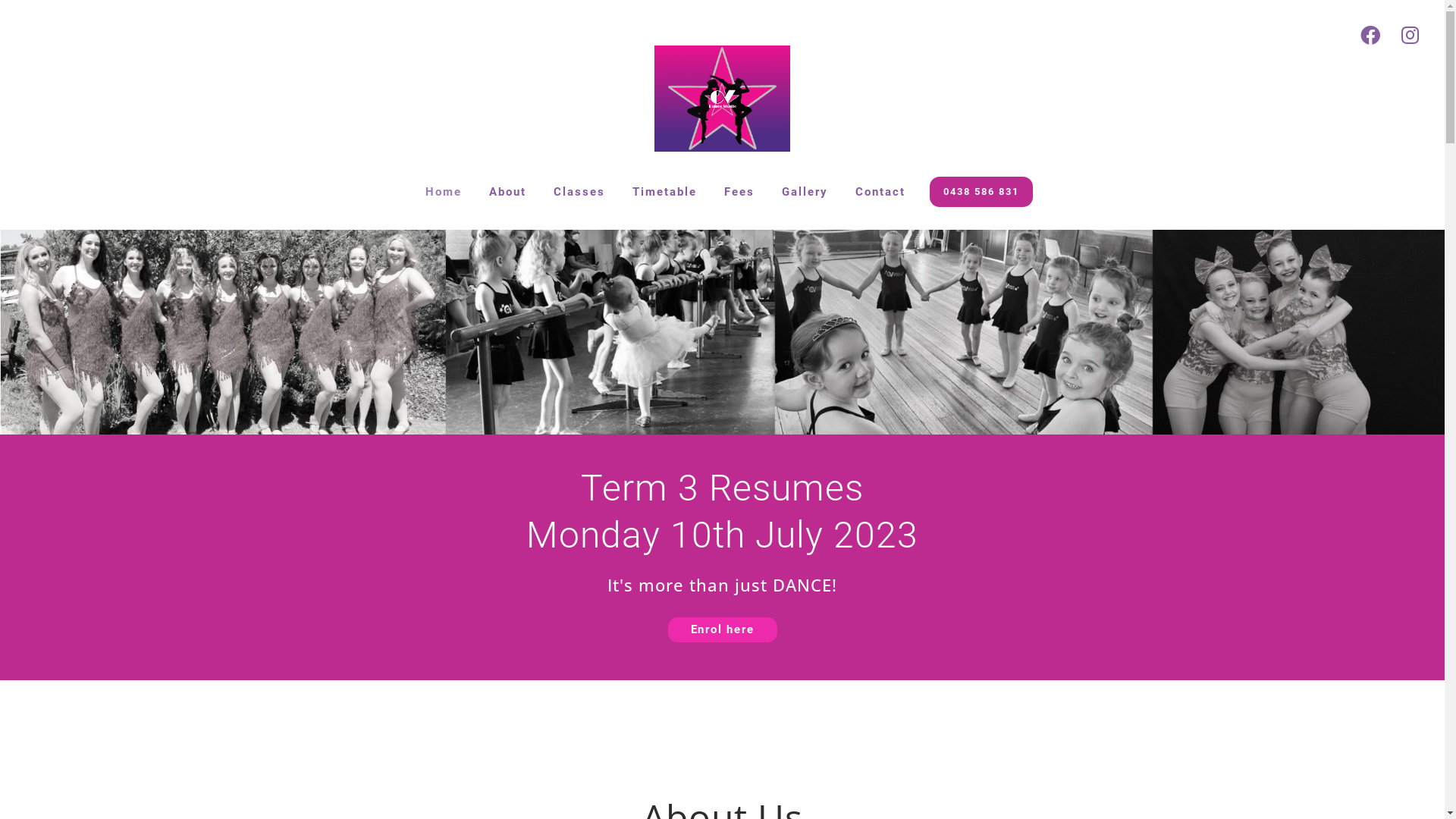  What do you see at coordinates (739, 191) in the screenshot?
I see `'Fees'` at bounding box center [739, 191].